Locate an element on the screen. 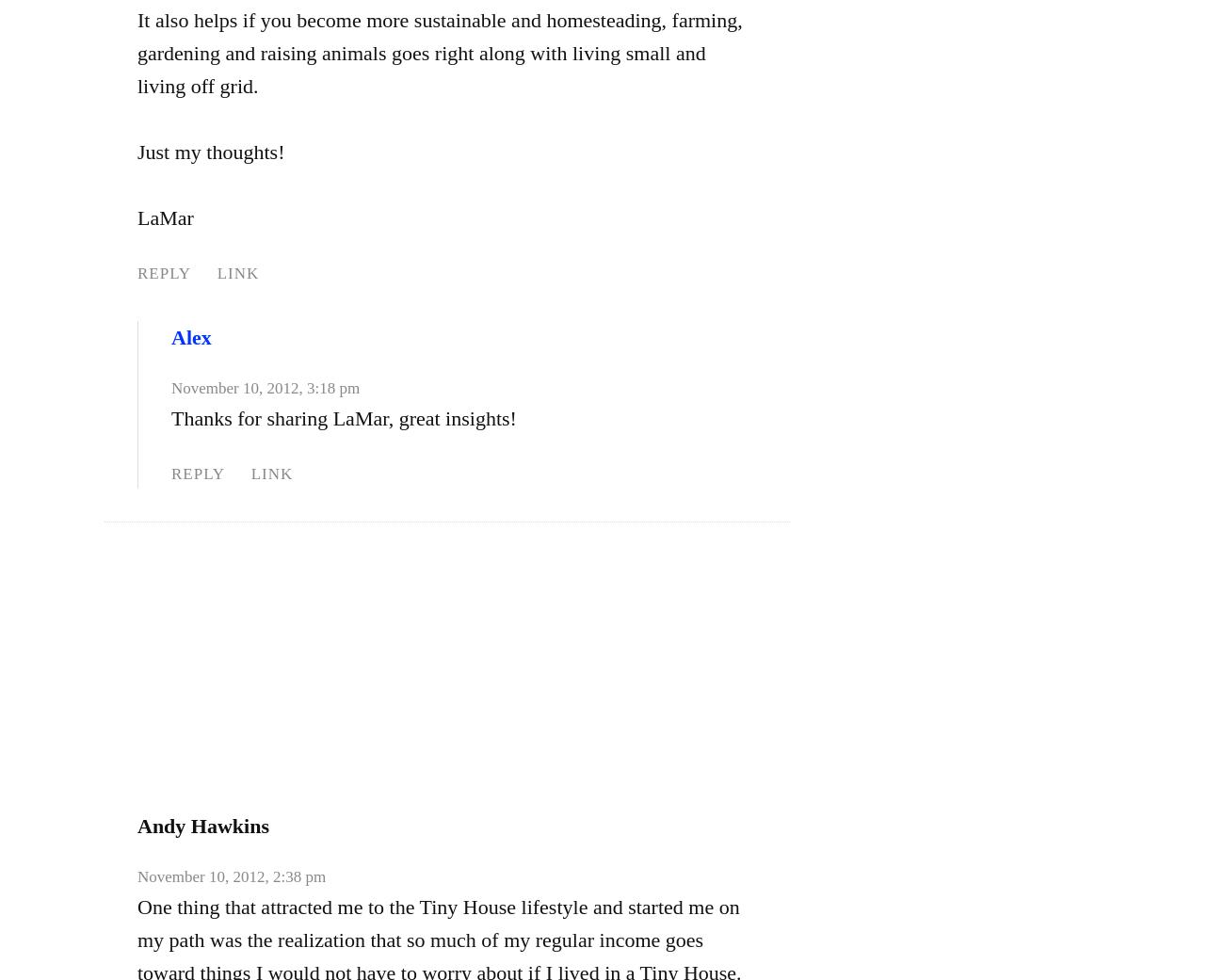  'November 10, 2012, 3:18 pm' is located at coordinates (265, 388).